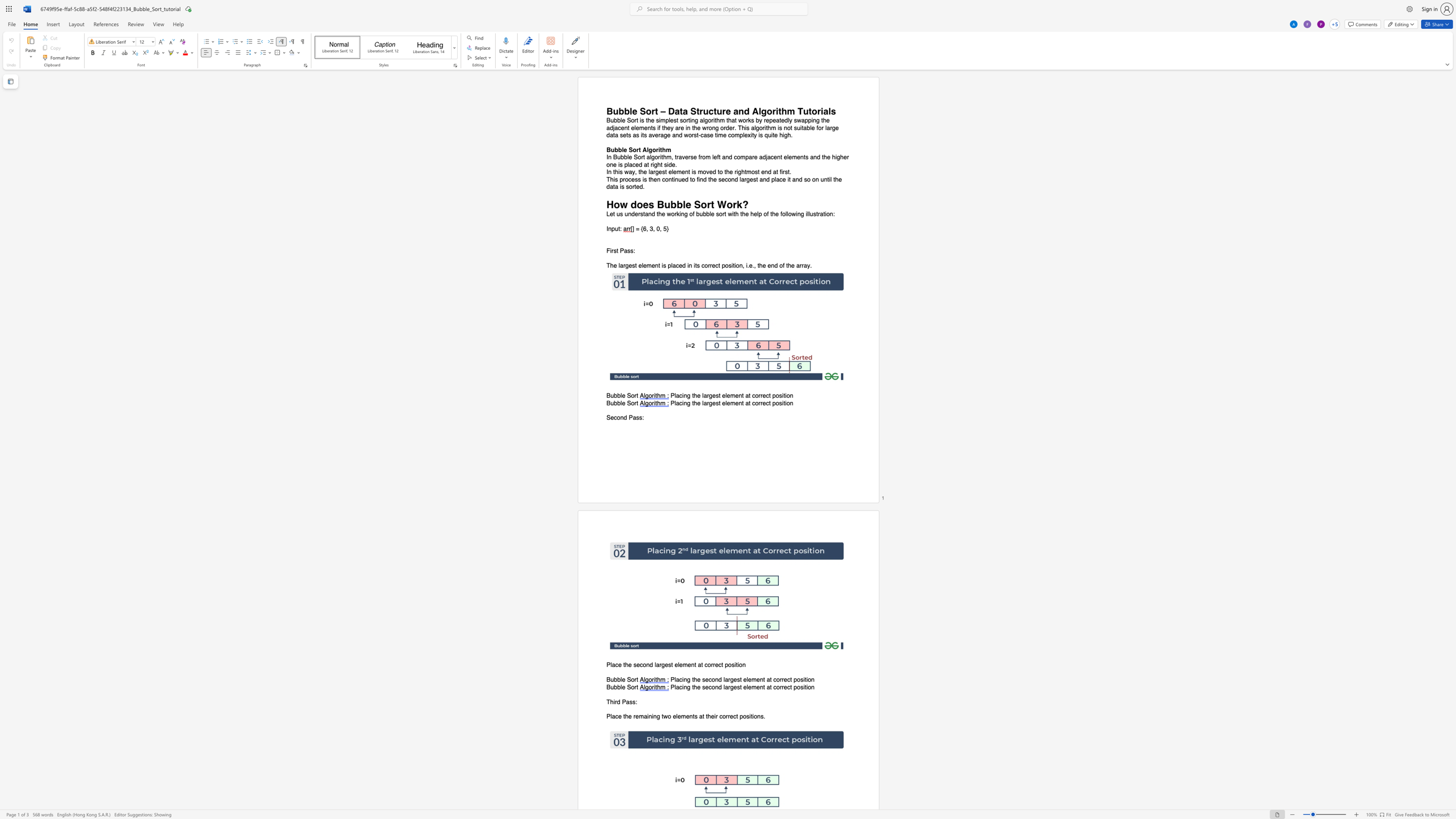 The width and height of the screenshot is (1456, 819). I want to click on the 1th character "d" in the text, so click(625, 417).